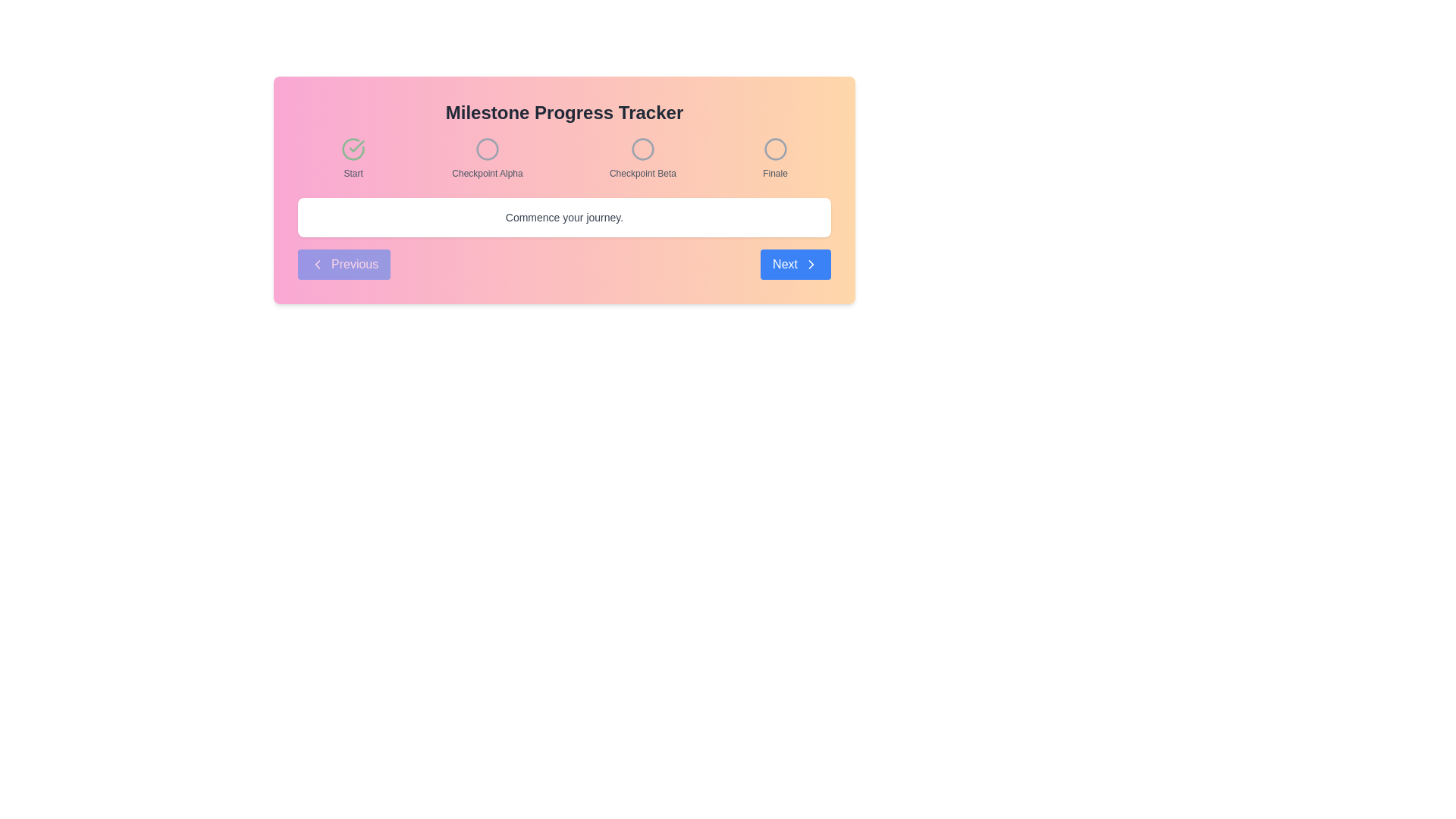 This screenshot has width=1456, height=819. What do you see at coordinates (488, 149) in the screenshot?
I see `the Progress tracker milestone icon representing 'Checkpoint Alpha' in the Milestone Progress Tracker layout` at bounding box center [488, 149].